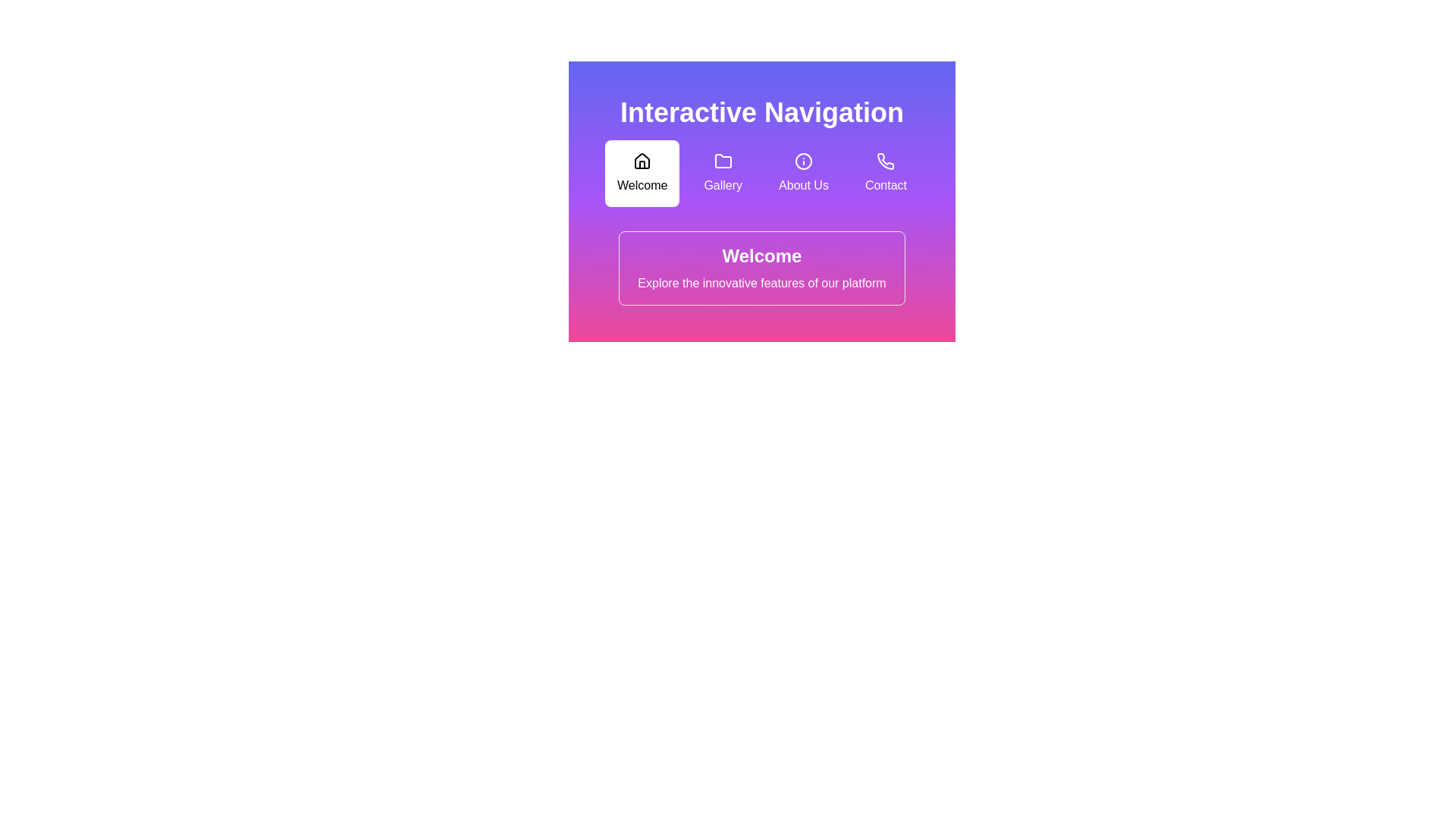 The image size is (1456, 819). I want to click on the contact icon located in the top-right corner of the interface, beneath the label 'Contact', so click(886, 161).